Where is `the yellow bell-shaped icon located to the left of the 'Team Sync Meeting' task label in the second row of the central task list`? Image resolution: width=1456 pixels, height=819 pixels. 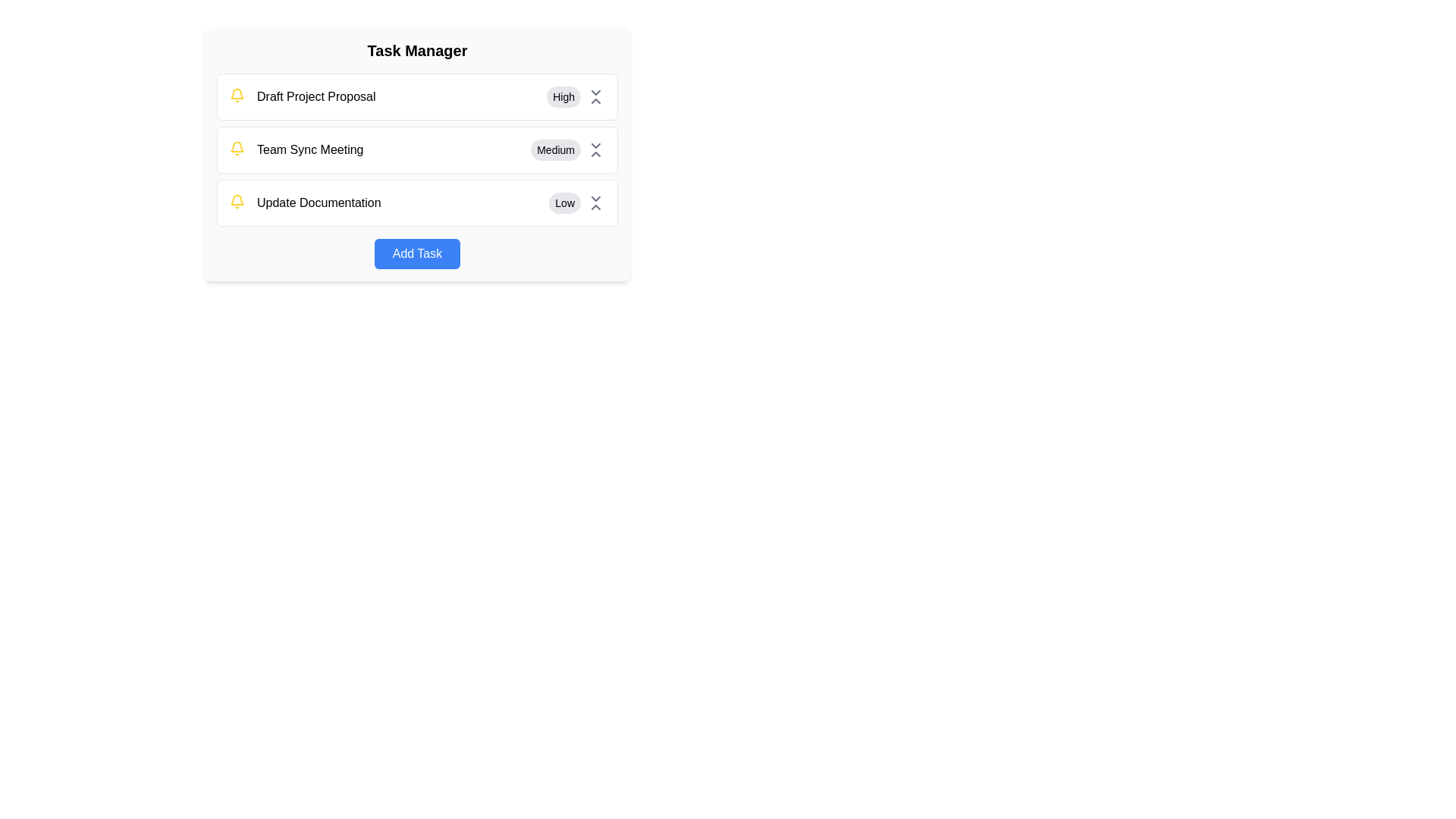
the yellow bell-shaped icon located to the left of the 'Team Sync Meeting' task label in the second row of the central task list is located at coordinates (236, 149).